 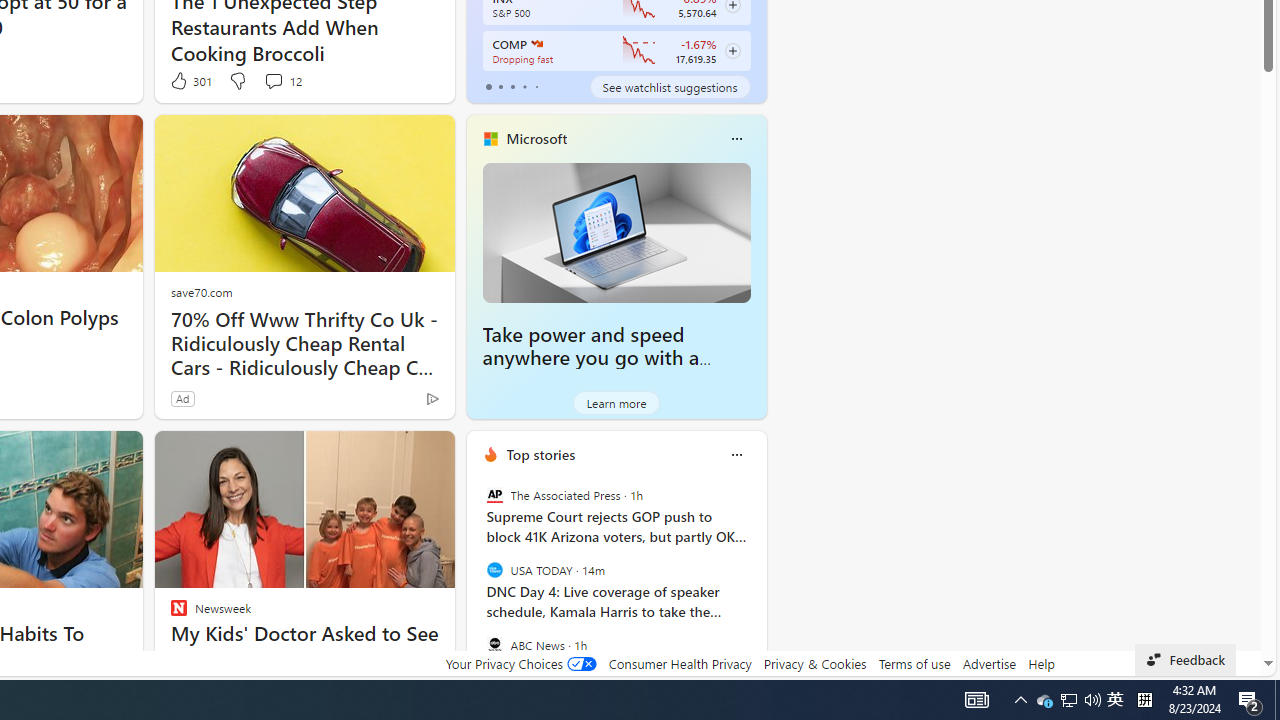 I want to click on 'tab-3', so click(x=524, y=86).